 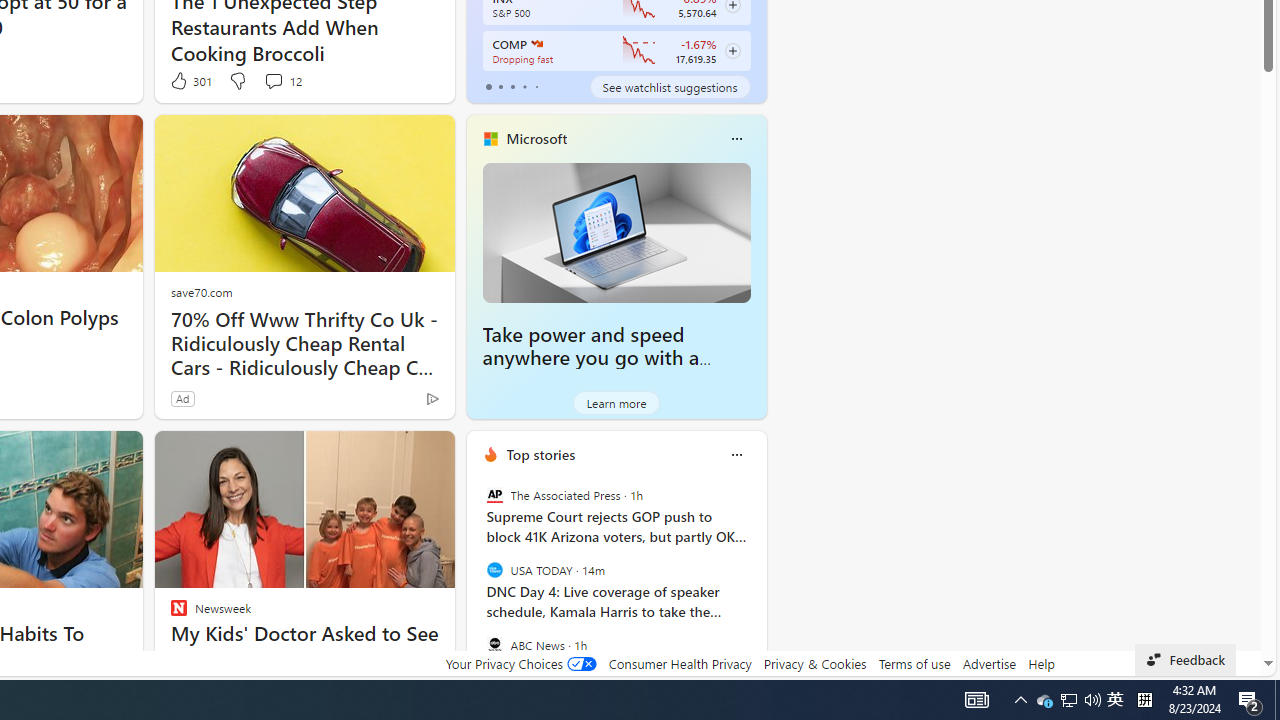 I want to click on 'tab-3', so click(x=524, y=86).